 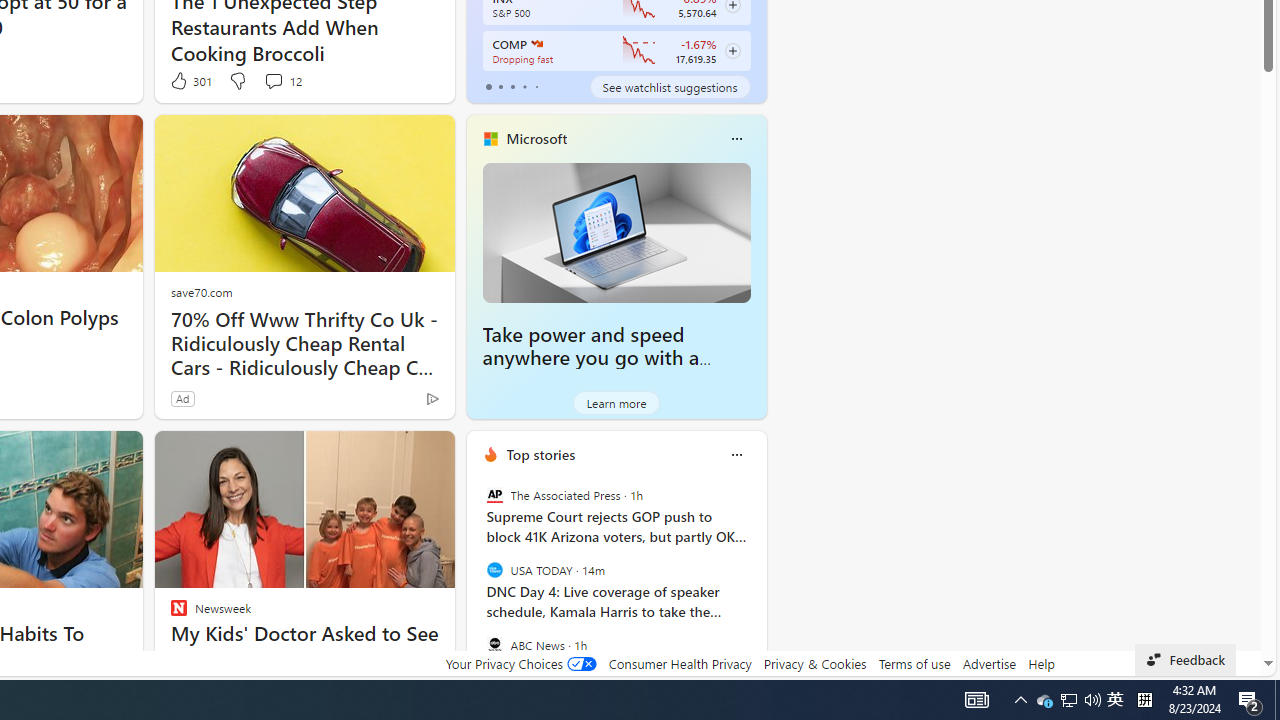 I want to click on 'tab-3', so click(x=524, y=86).